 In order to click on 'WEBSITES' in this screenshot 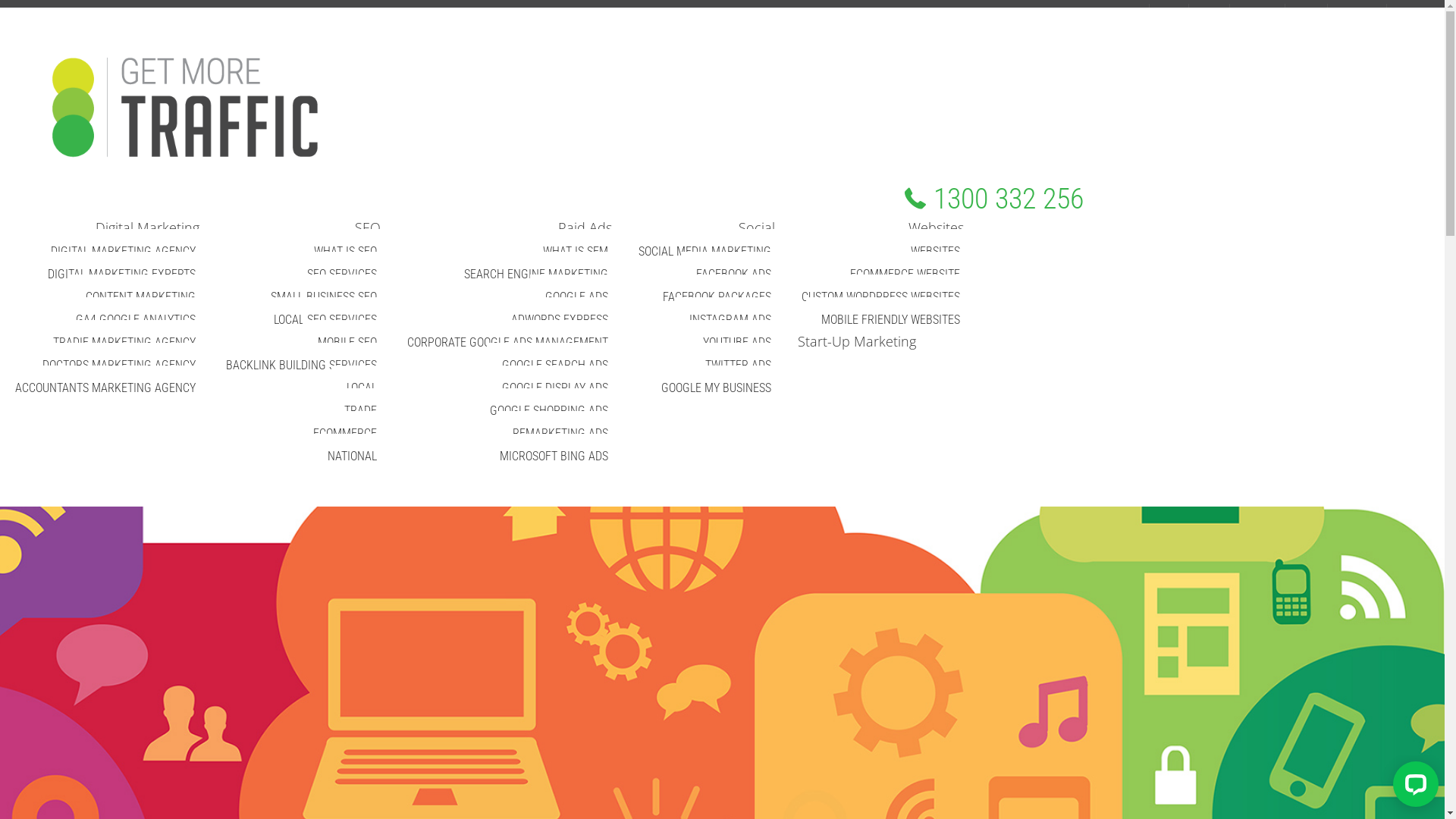, I will do `click(934, 250)`.